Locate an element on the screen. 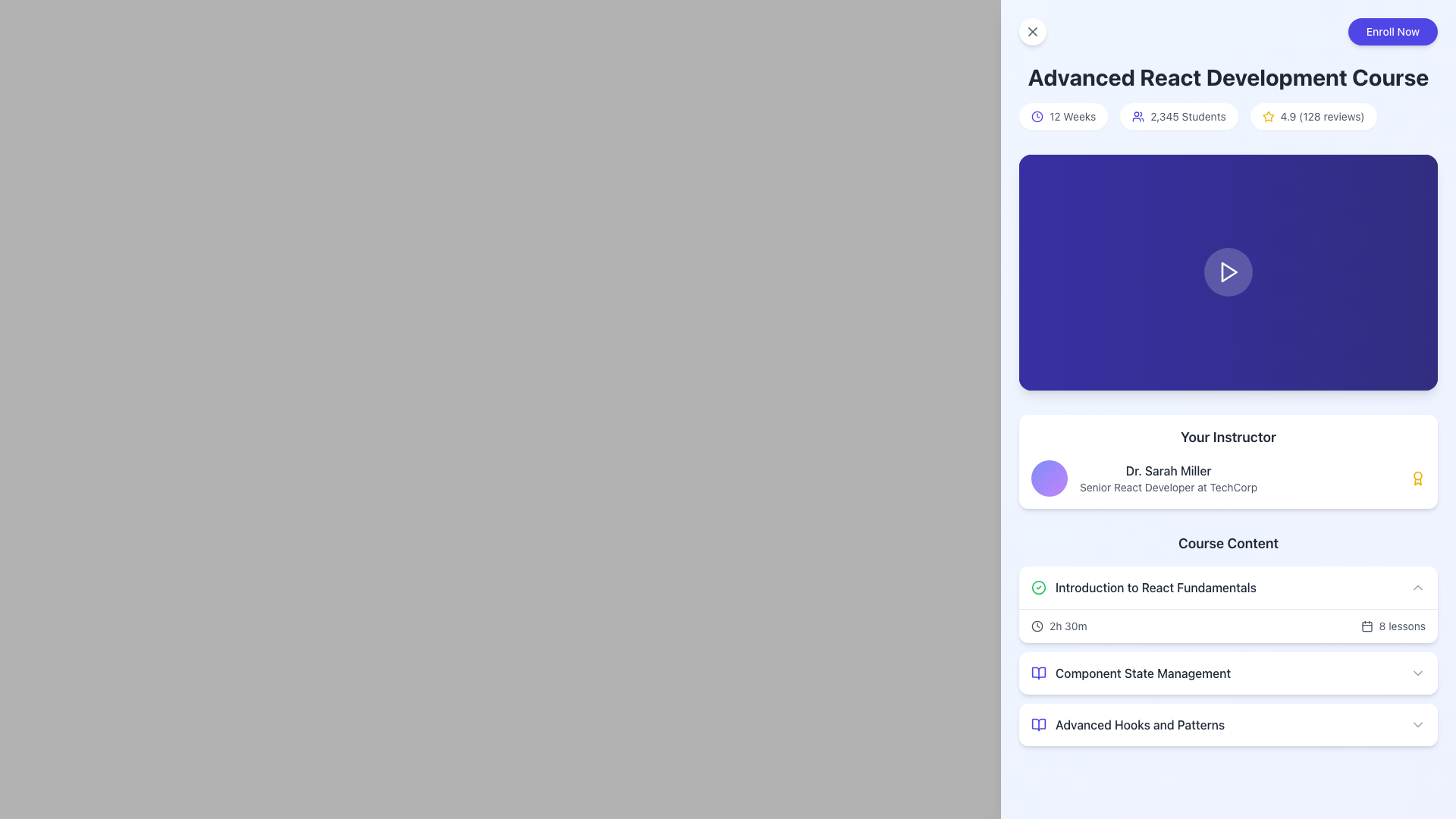 The width and height of the screenshot is (1456, 819). the list item containing the text 'Component State Management' with an indigo book icon is located at coordinates (1131, 672).